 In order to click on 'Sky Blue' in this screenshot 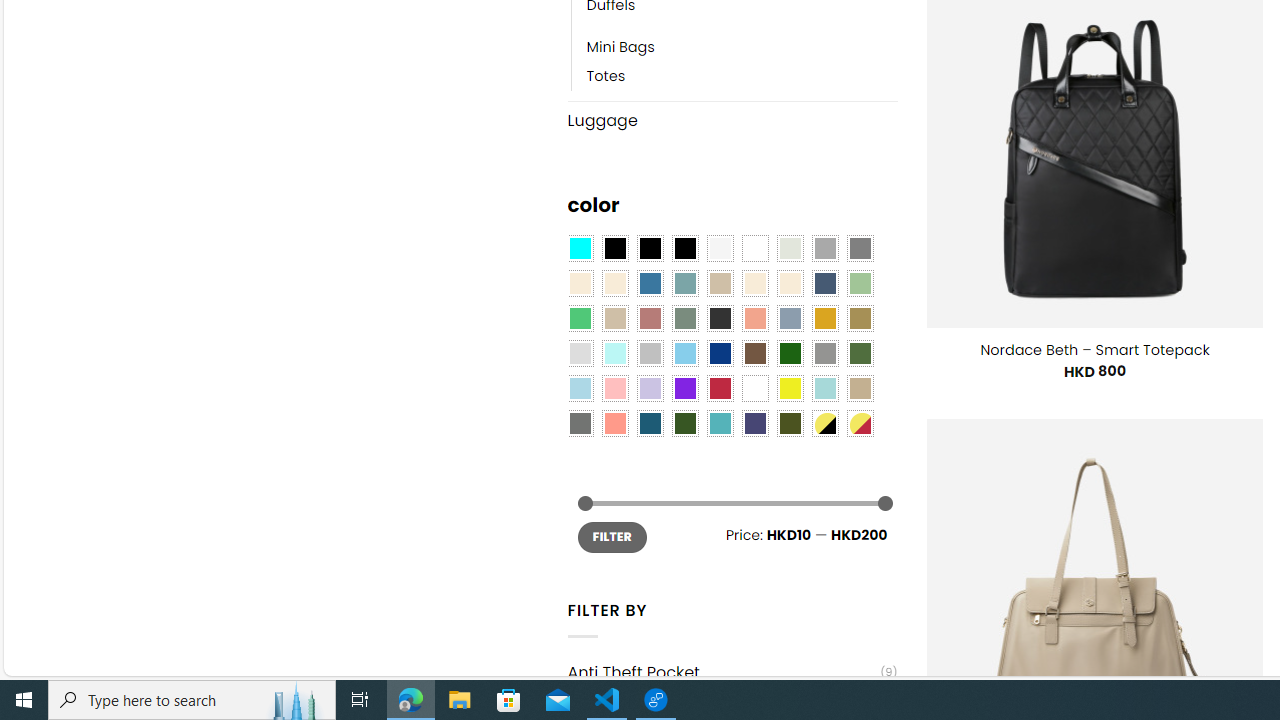, I will do `click(684, 353)`.